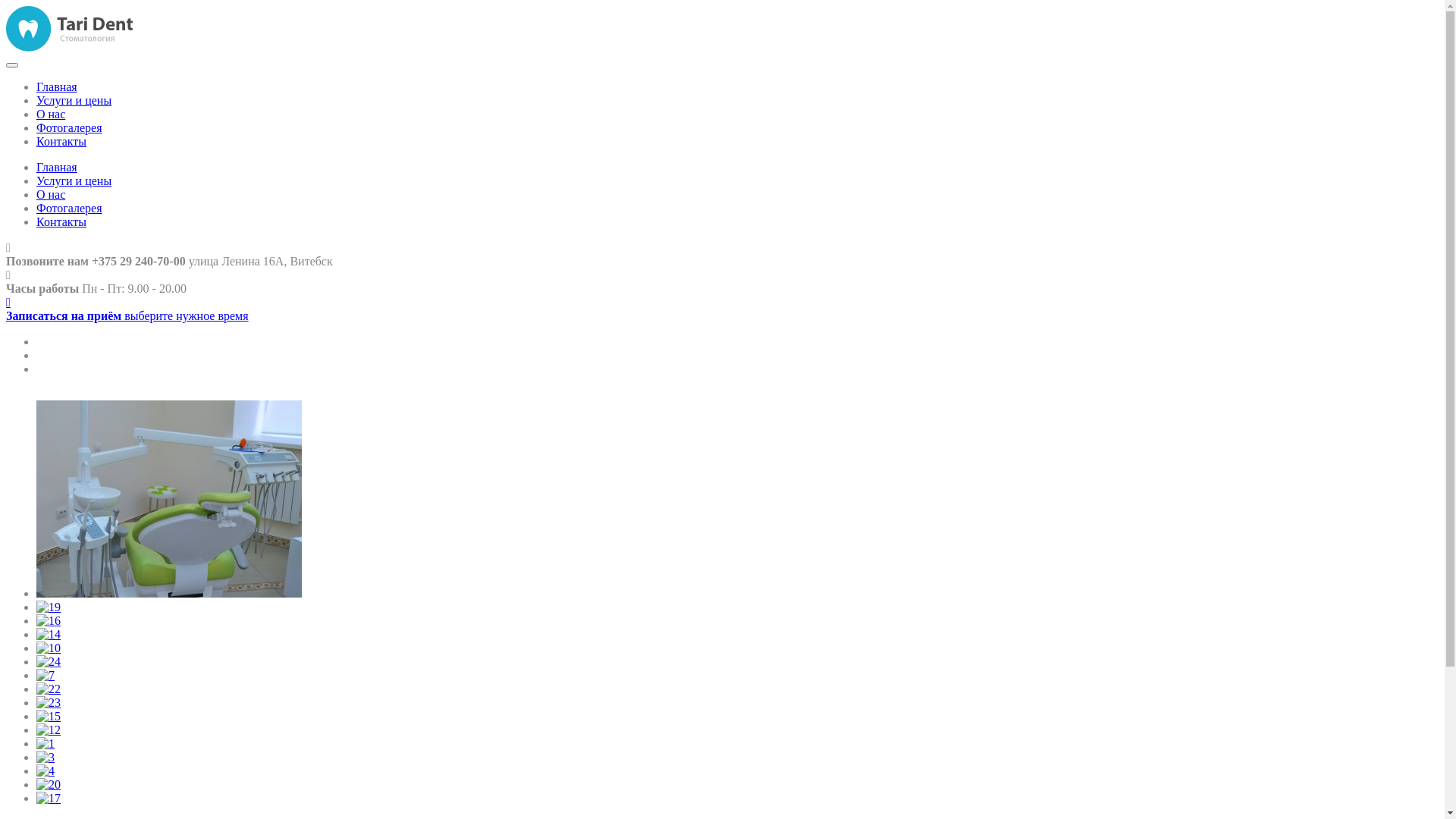 This screenshot has width=1456, height=819. Describe the element at coordinates (48, 661) in the screenshot. I see `'24'` at that location.